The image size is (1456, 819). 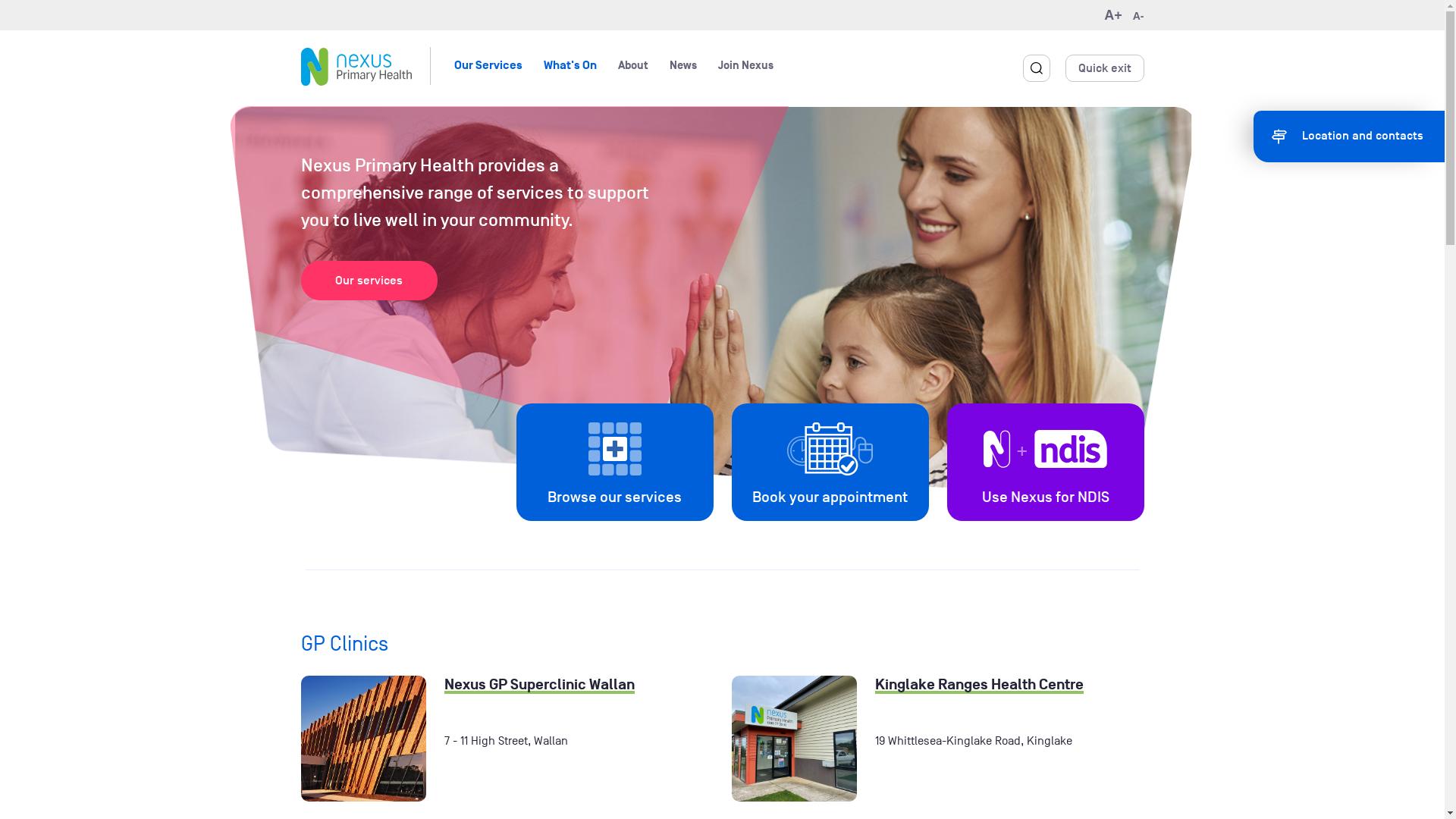 I want to click on 'Our Services', so click(x=488, y=64).